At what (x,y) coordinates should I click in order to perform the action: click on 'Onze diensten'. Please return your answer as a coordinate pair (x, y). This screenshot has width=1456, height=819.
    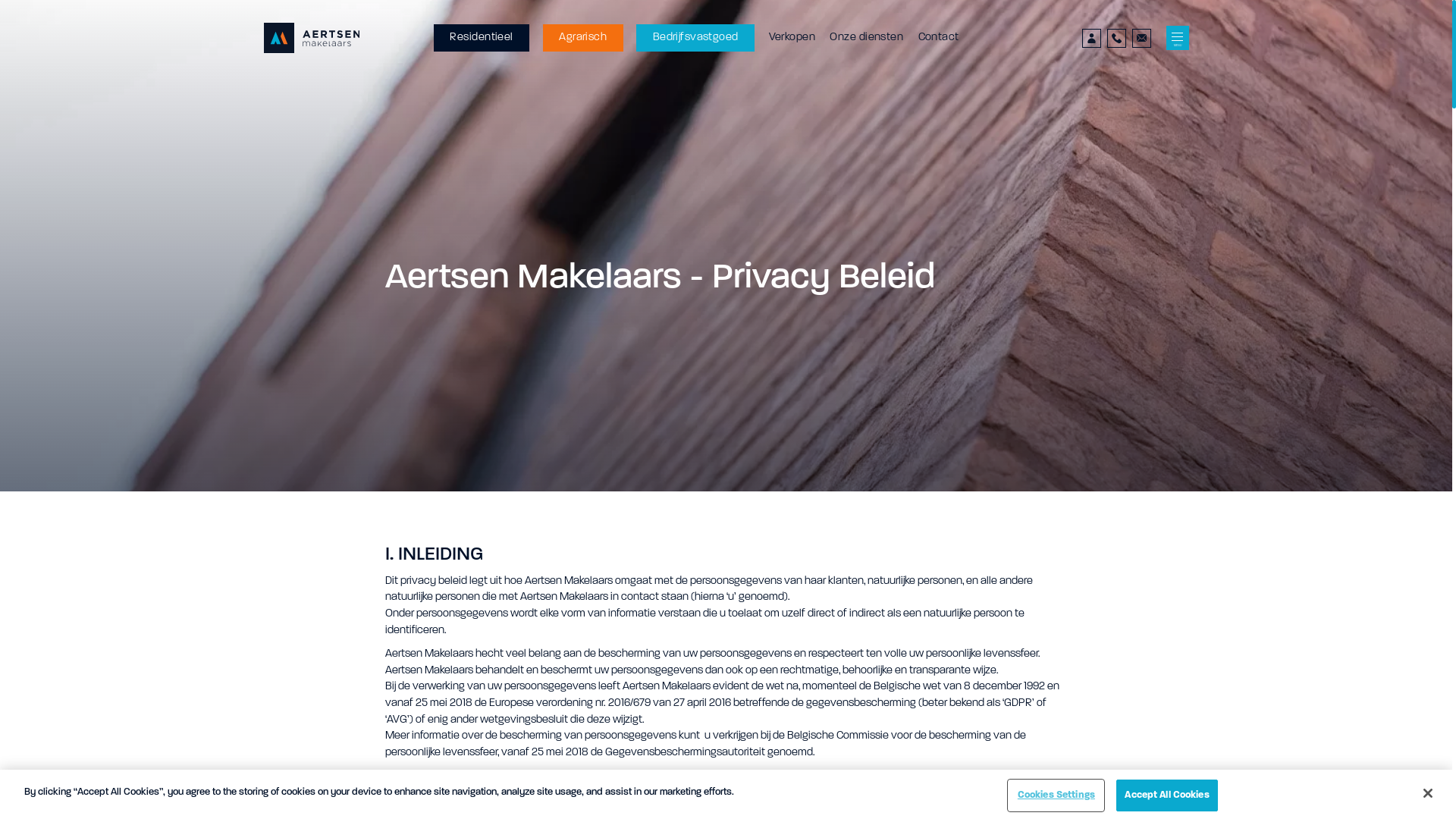
    Looking at the image, I should click on (866, 37).